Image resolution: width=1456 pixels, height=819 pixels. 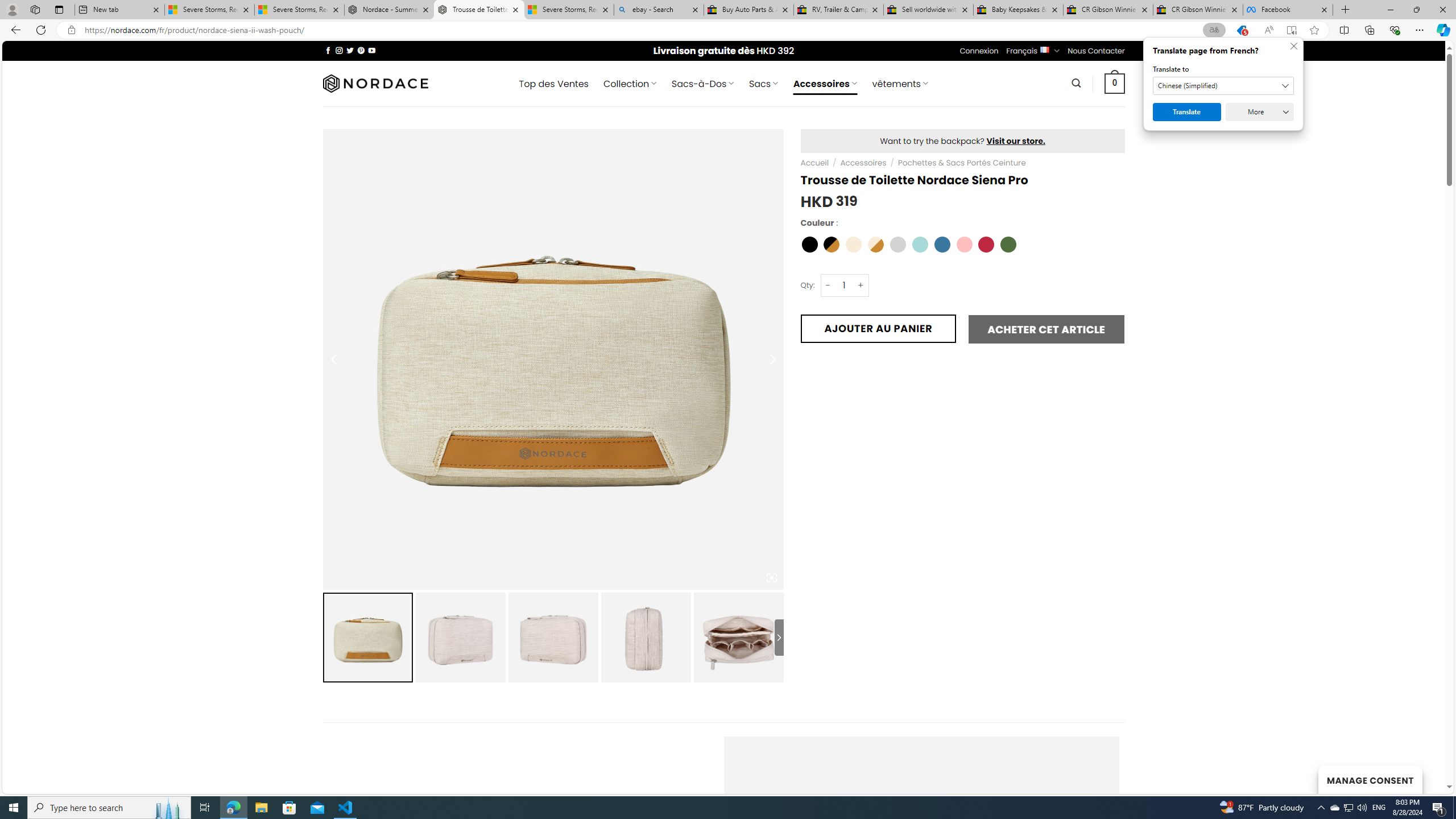 I want to click on 'Translate to', so click(x=1223, y=85).